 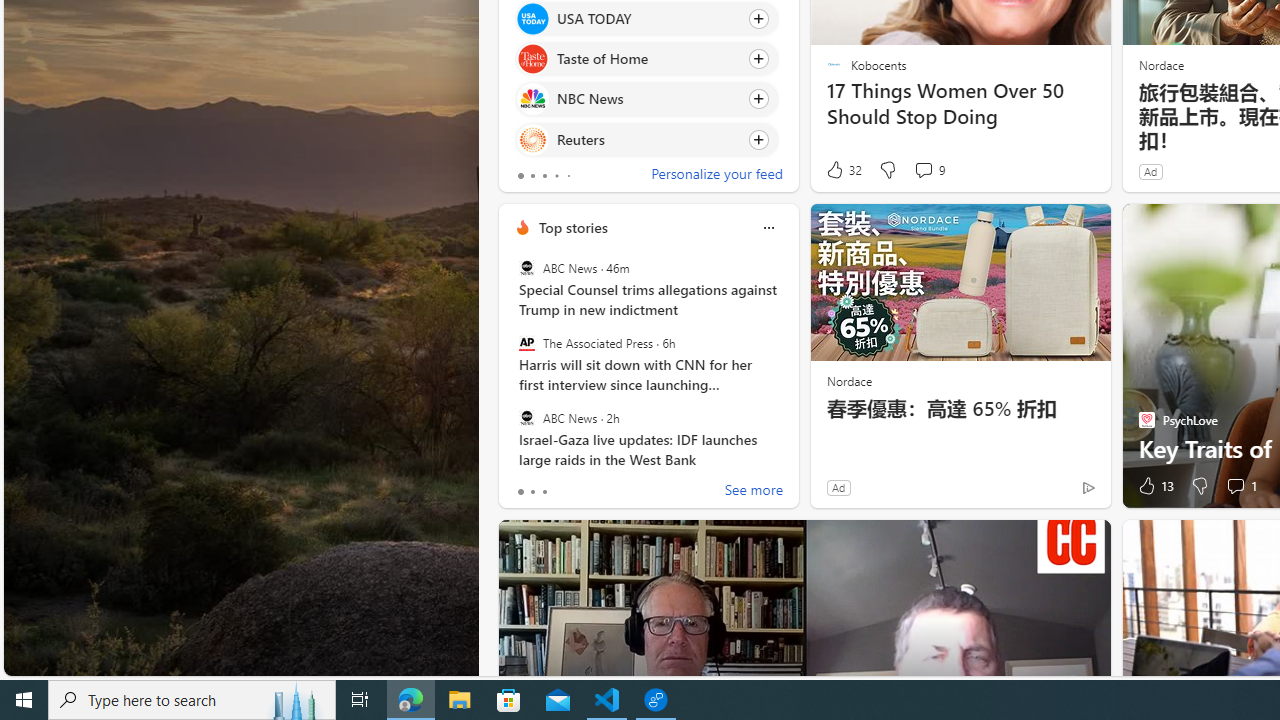 What do you see at coordinates (567, 175) in the screenshot?
I see `'tab-4'` at bounding box center [567, 175].